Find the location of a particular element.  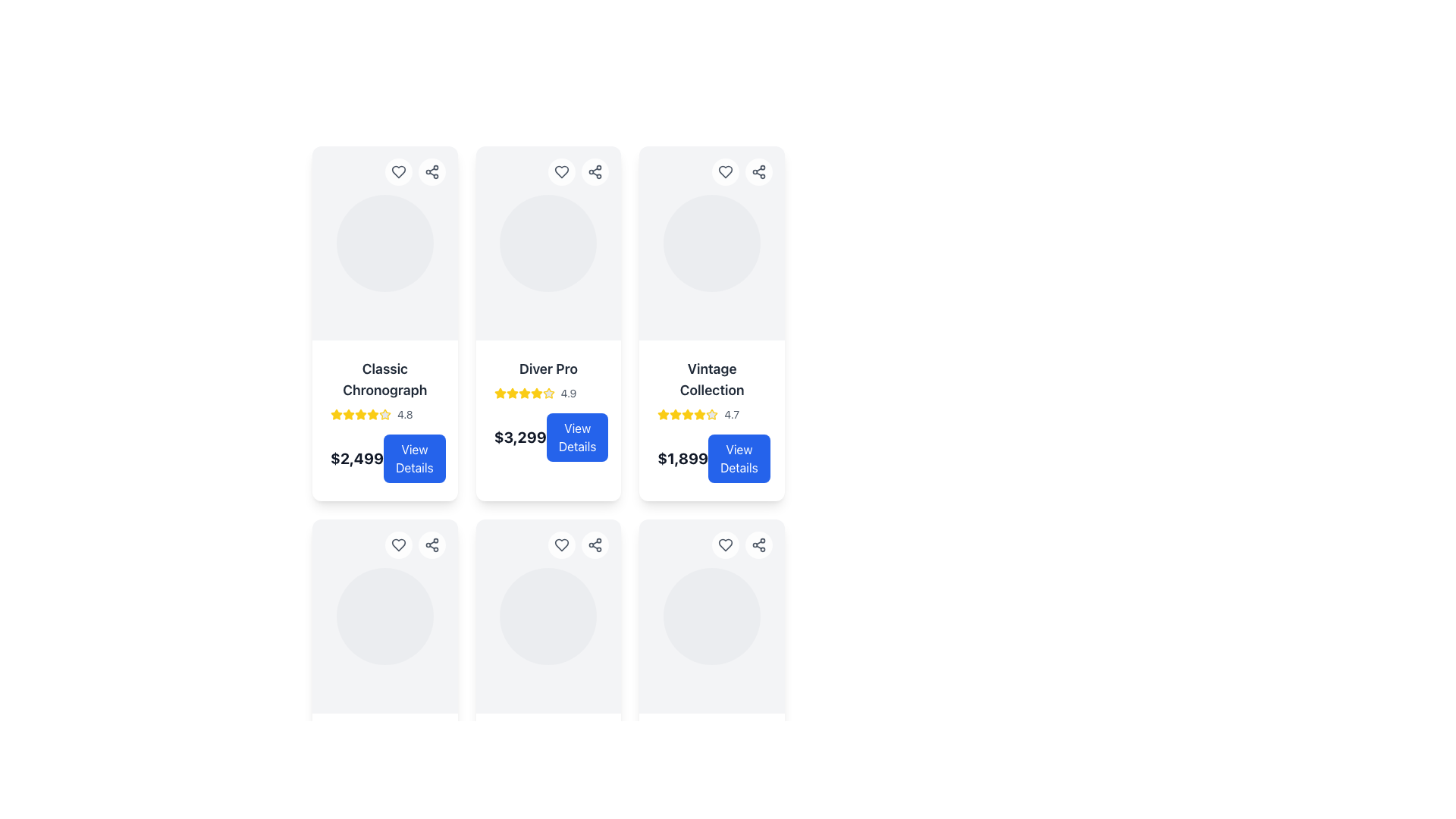

the heart-shaped button with a white background and gray border is located at coordinates (724, 171).